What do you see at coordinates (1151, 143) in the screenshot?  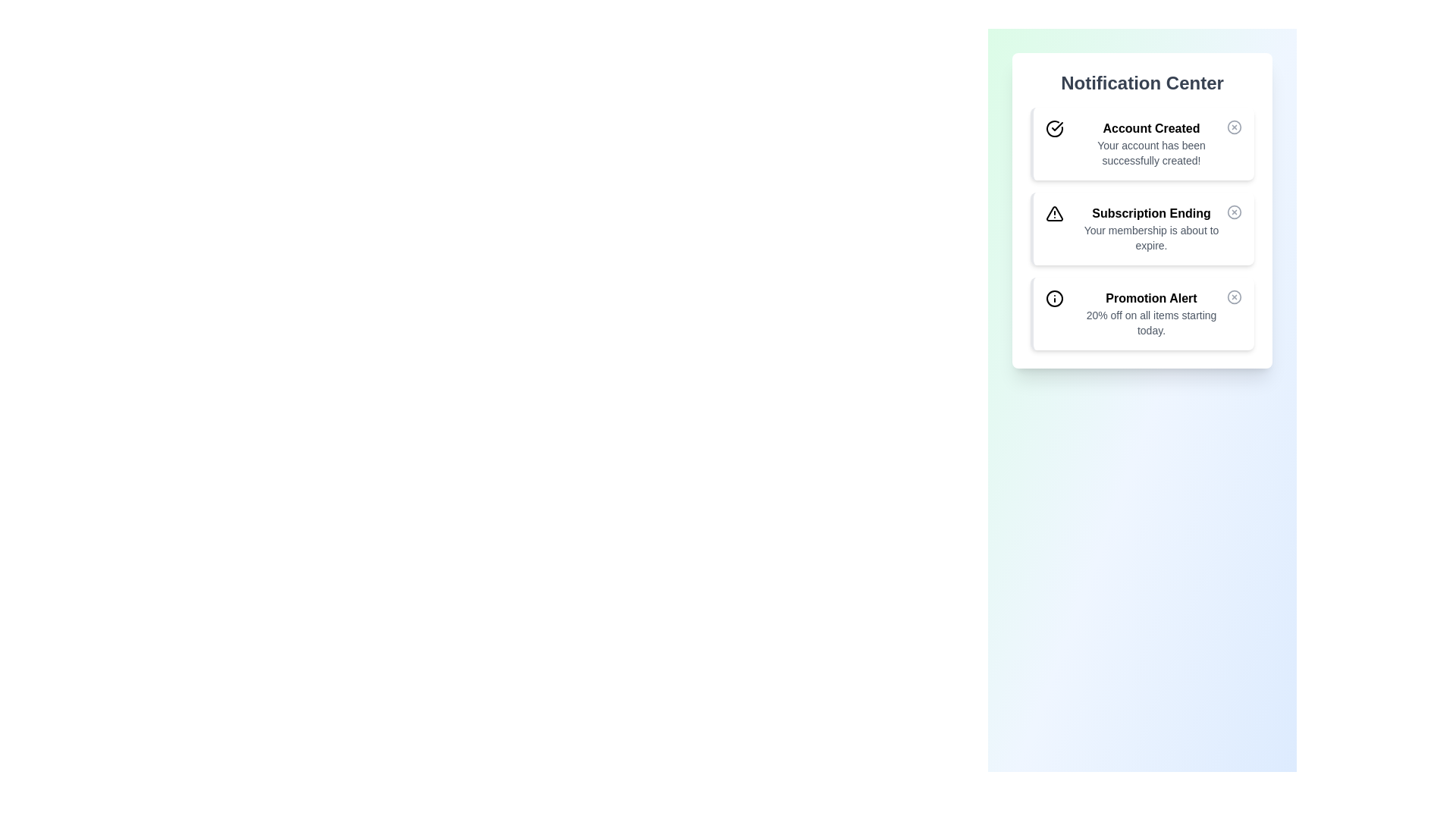 I see `the 'Account Created' text display within the notification box in the 'Notification Center' sidebar, which includes a green border and background` at bounding box center [1151, 143].